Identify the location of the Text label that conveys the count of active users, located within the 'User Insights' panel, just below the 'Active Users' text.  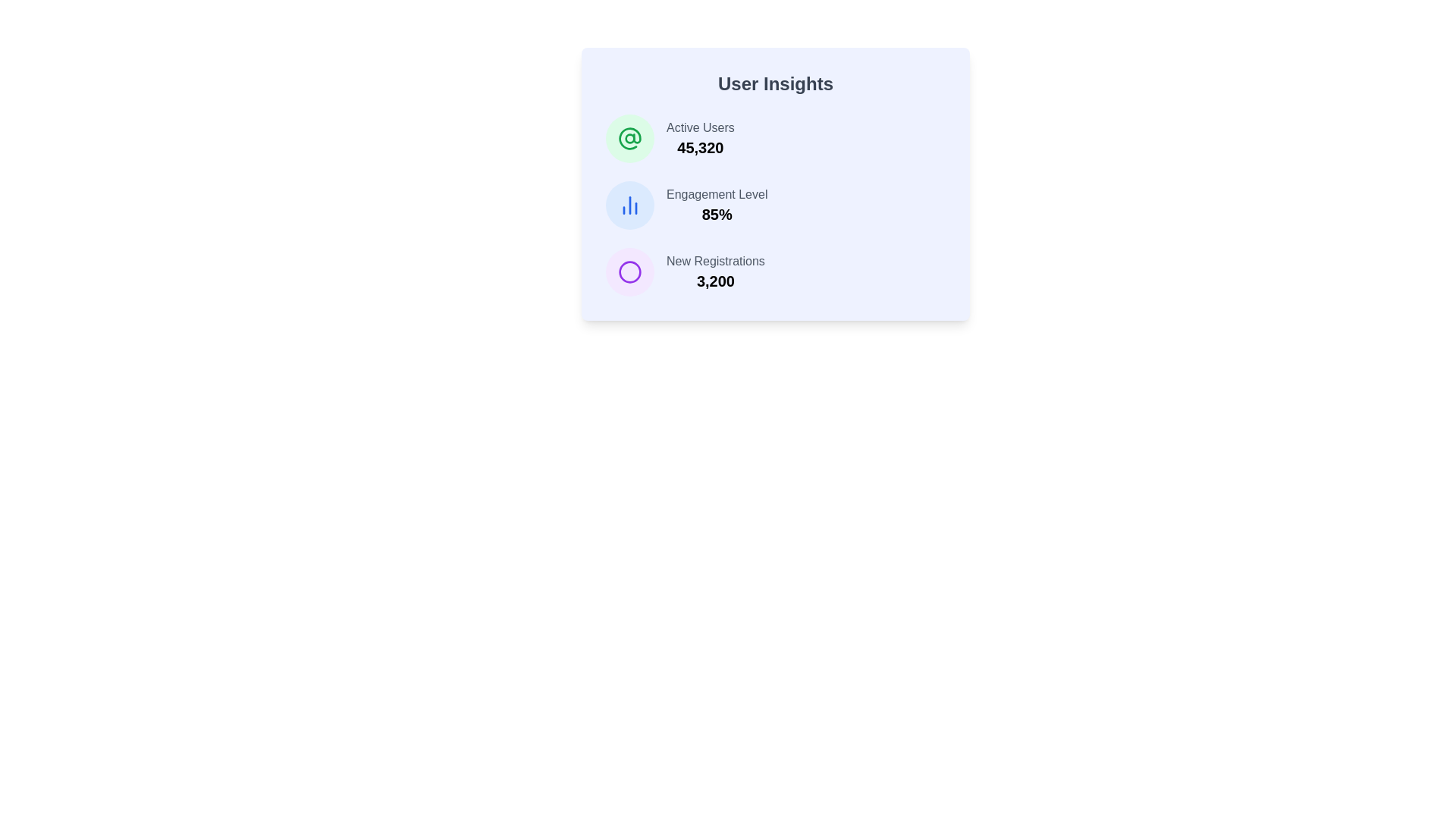
(699, 148).